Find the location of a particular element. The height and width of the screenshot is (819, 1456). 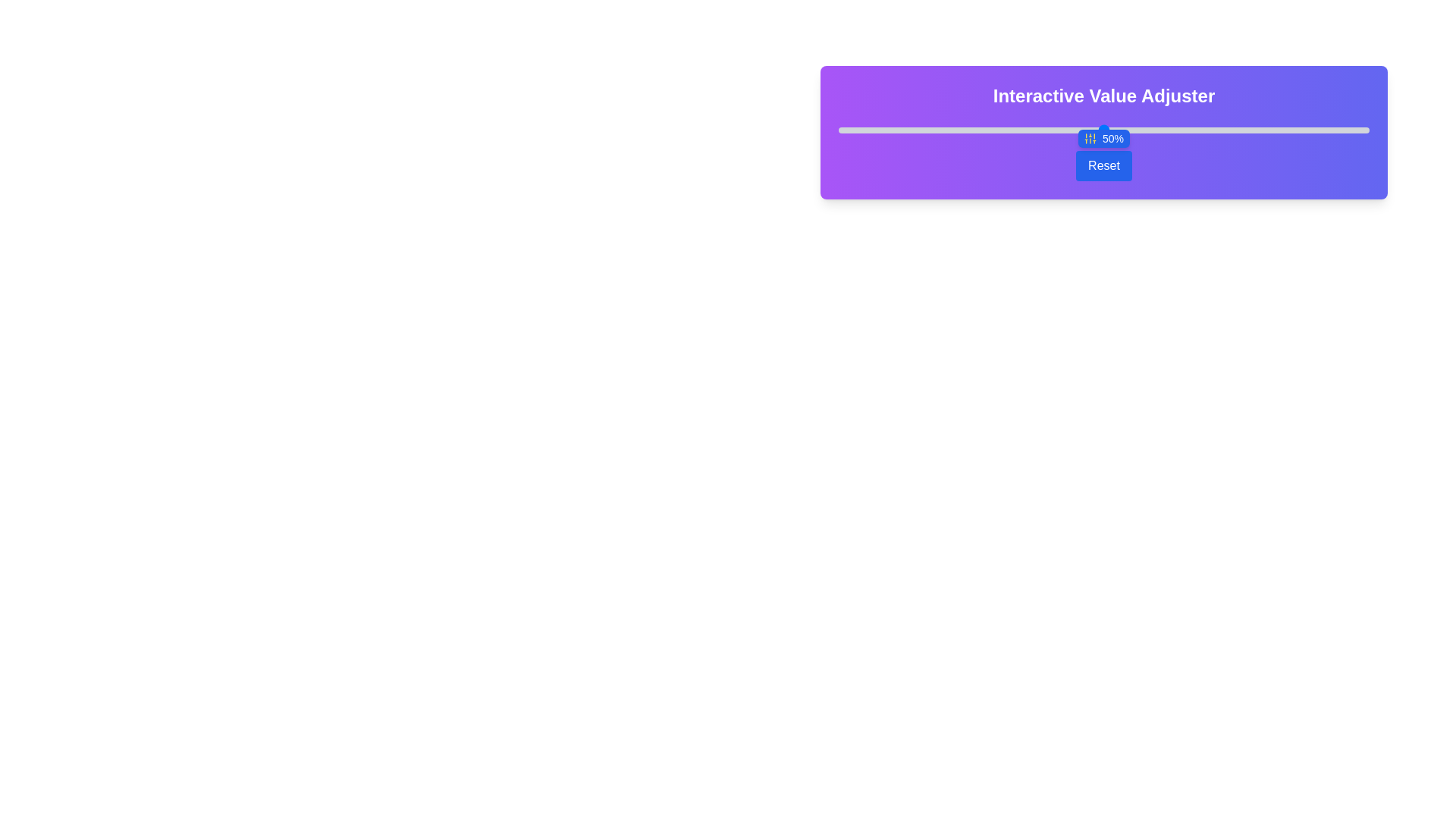

the slider value is located at coordinates (1103, 130).